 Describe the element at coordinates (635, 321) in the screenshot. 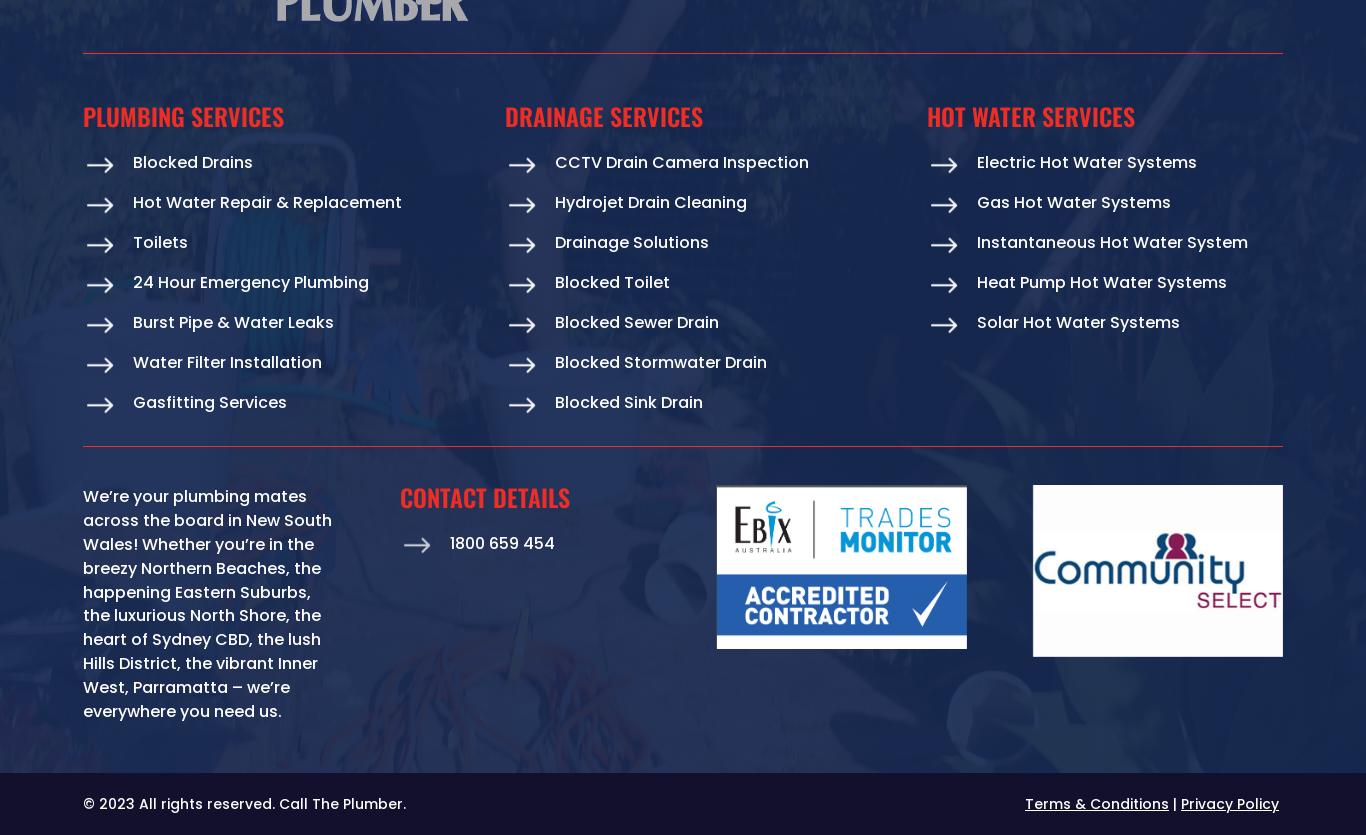

I see `'Blocked Sewer Drain'` at that location.